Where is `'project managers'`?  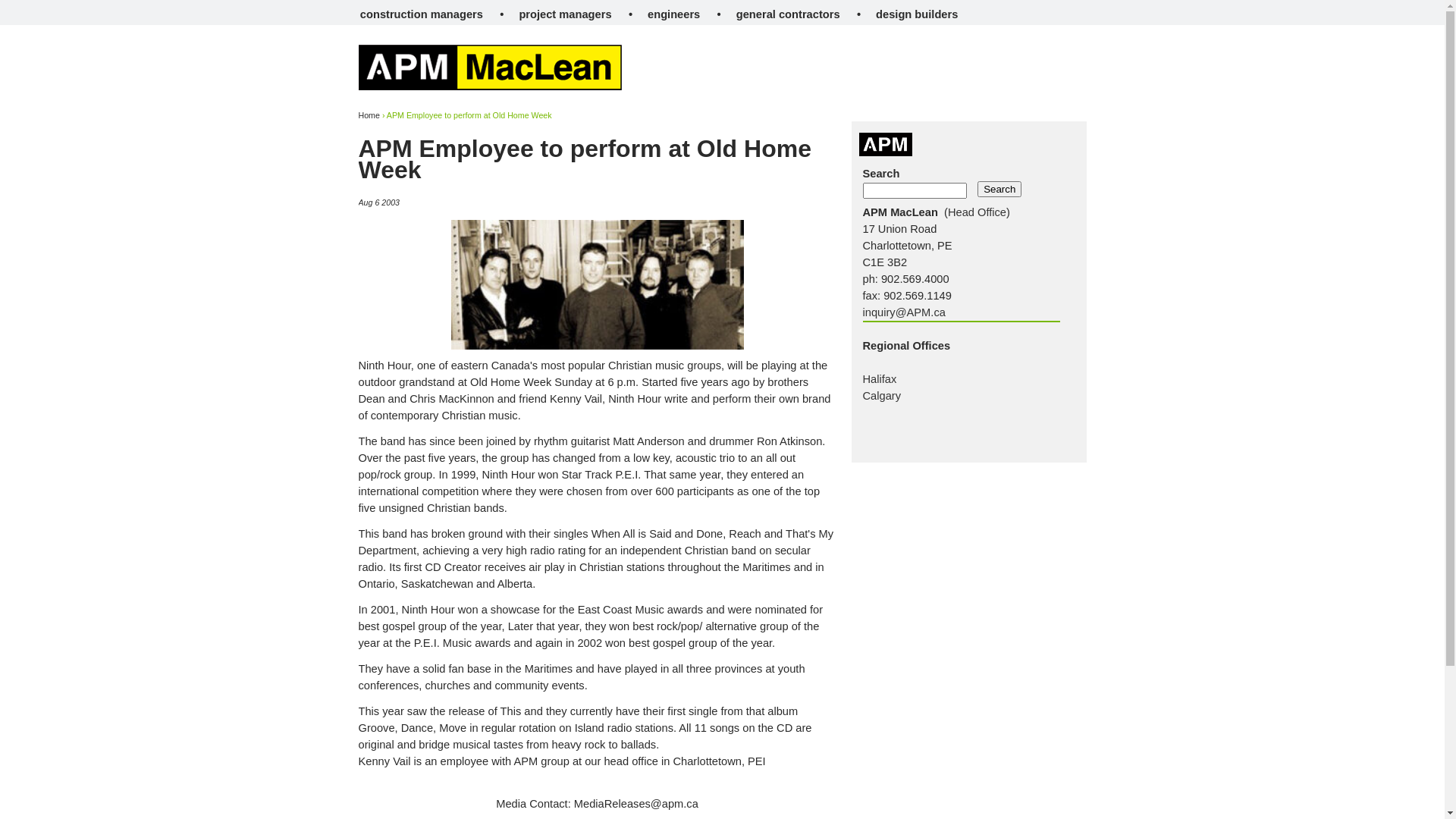 'project managers' is located at coordinates (563, 14).